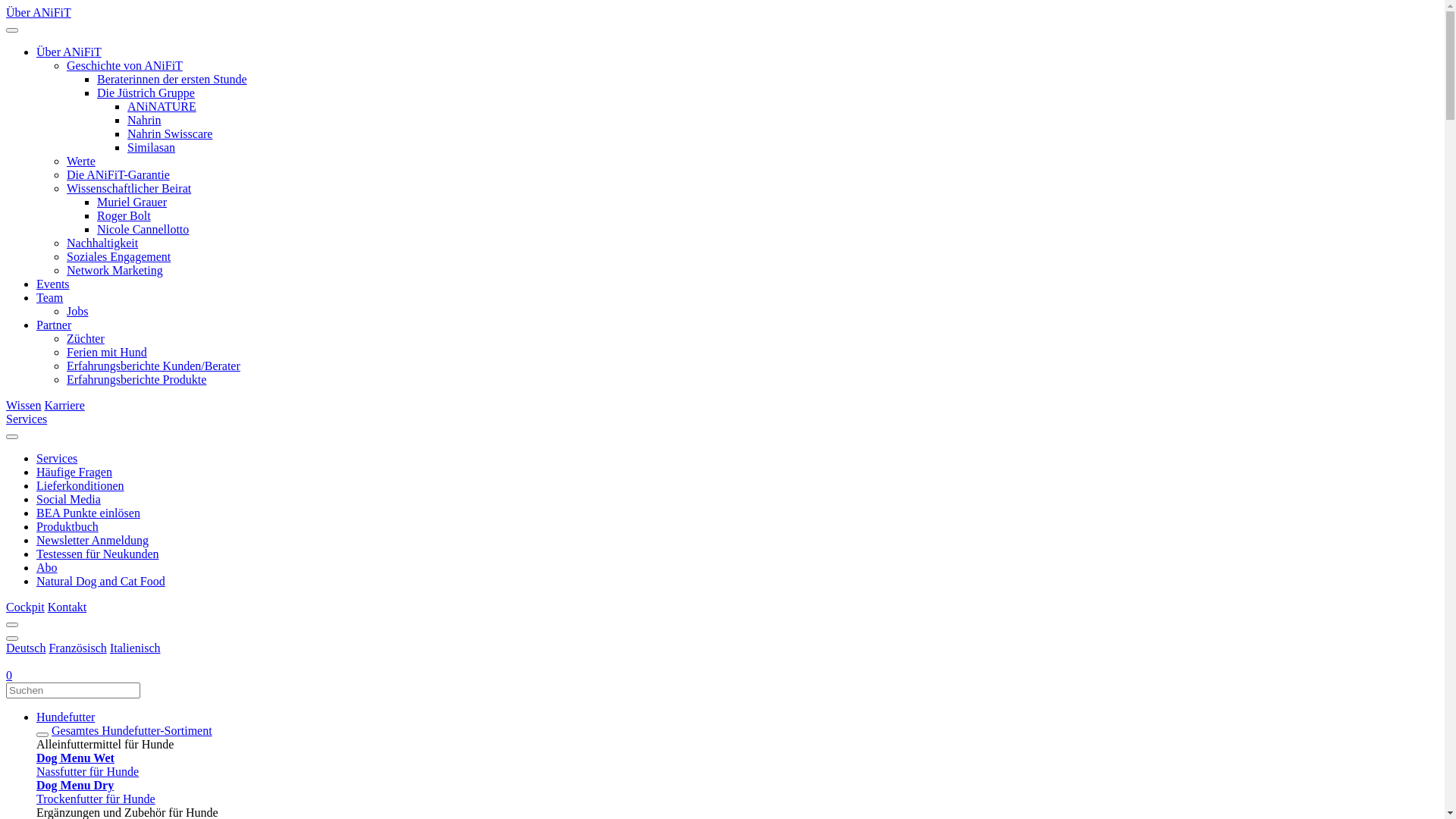 This screenshot has height=819, width=1456. I want to click on 'Lieferkonditionen', so click(79, 485).